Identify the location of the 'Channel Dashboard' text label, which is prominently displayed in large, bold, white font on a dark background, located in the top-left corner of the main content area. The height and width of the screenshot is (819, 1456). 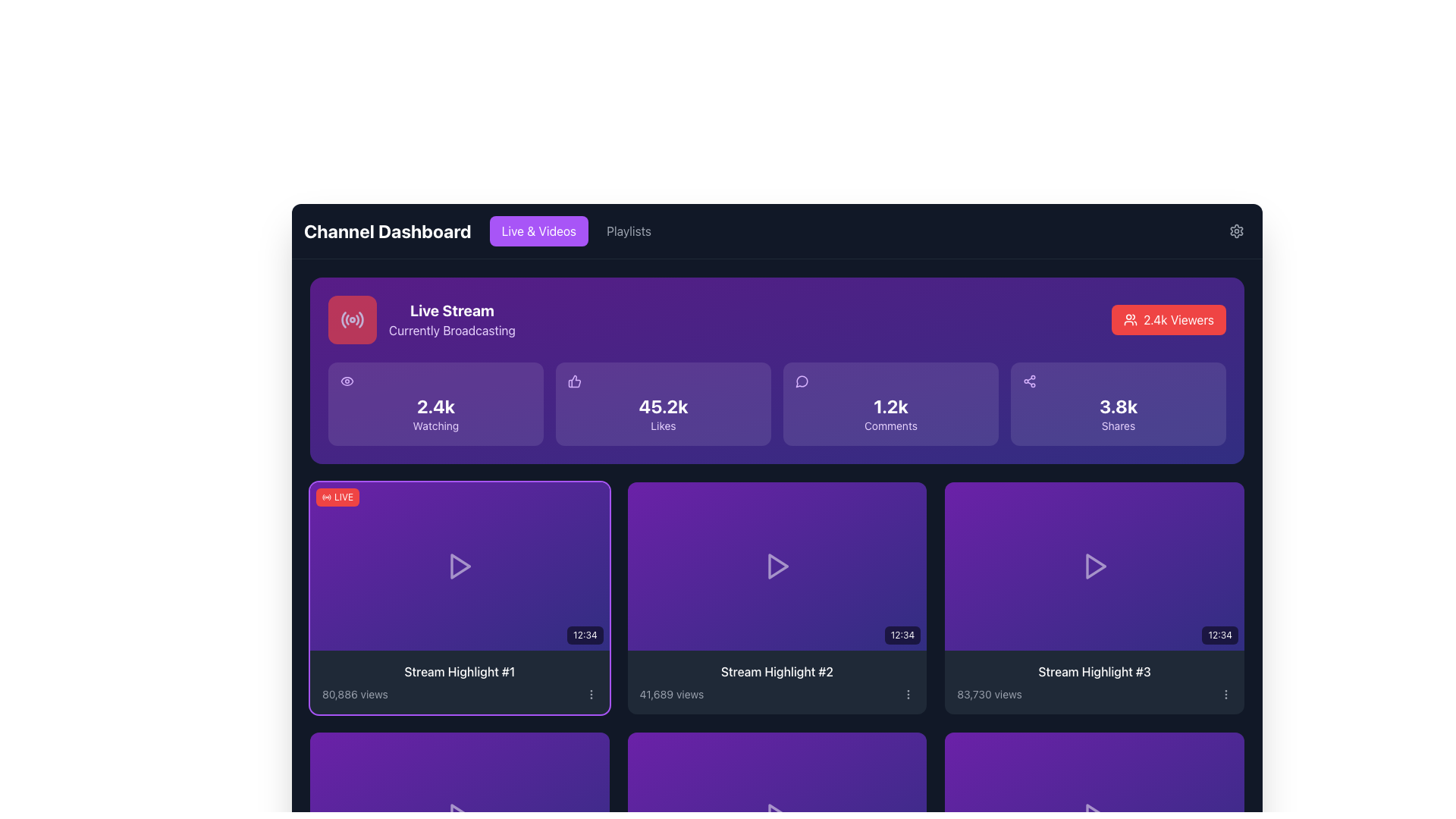
(388, 231).